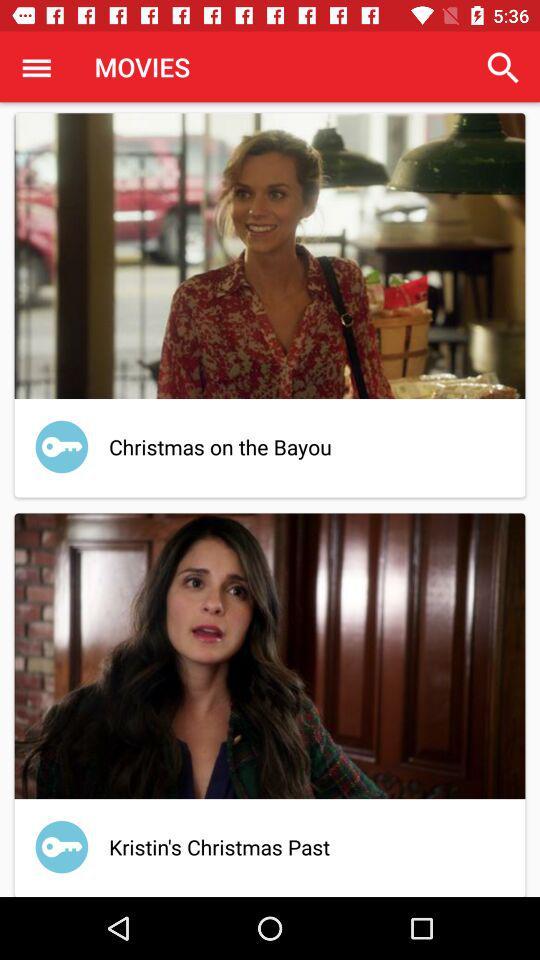  Describe the element at coordinates (270, 702) in the screenshot. I see `kristins christmas past which is at bottom of the page` at that location.